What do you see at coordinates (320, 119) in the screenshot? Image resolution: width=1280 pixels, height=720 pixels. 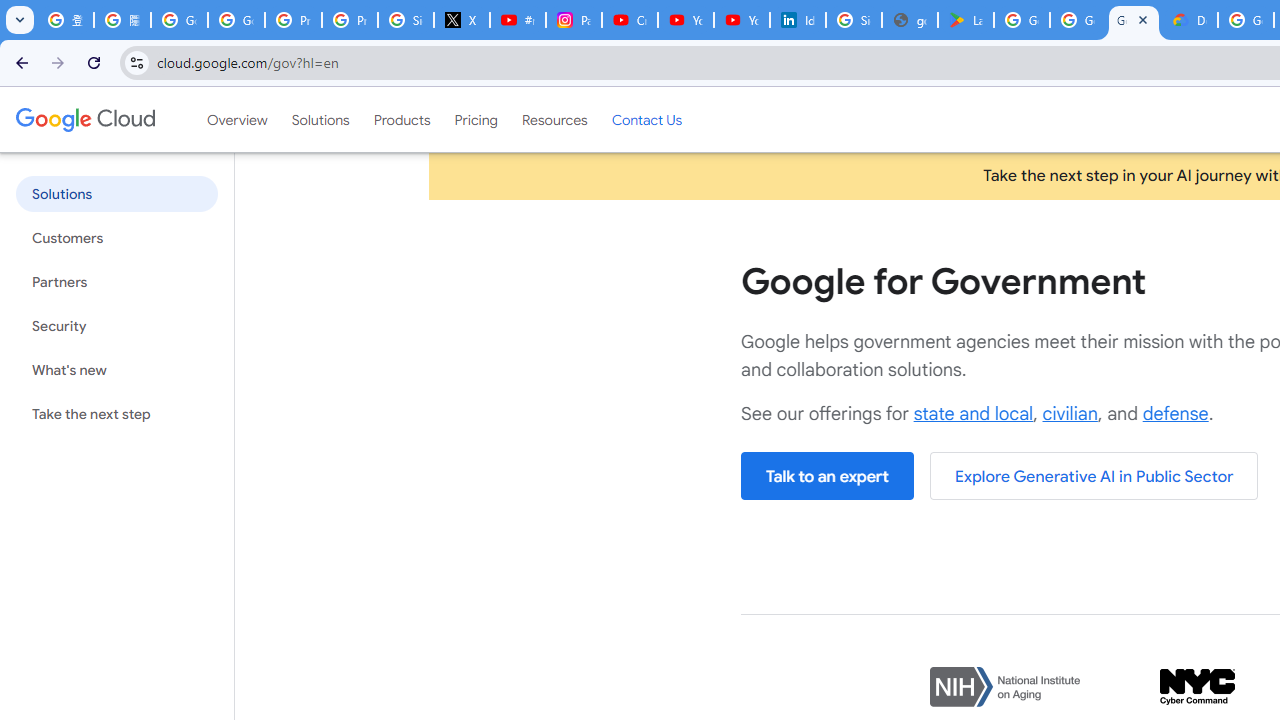 I see `'Solutions'` at bounding box center [320, 119].